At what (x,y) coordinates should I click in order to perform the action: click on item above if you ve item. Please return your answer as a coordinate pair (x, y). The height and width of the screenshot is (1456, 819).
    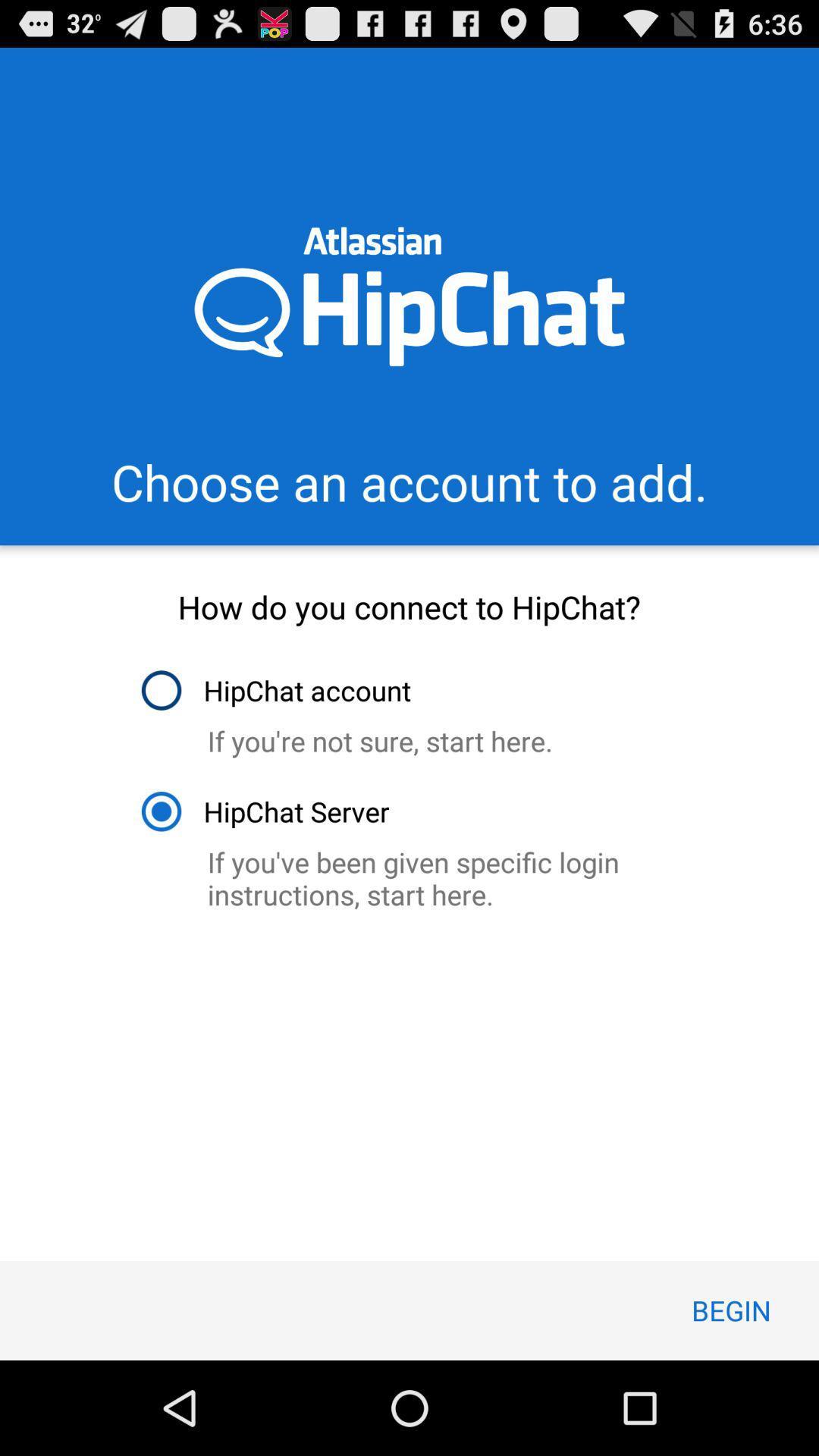
    Looking at the image, I should click on (264, 811).